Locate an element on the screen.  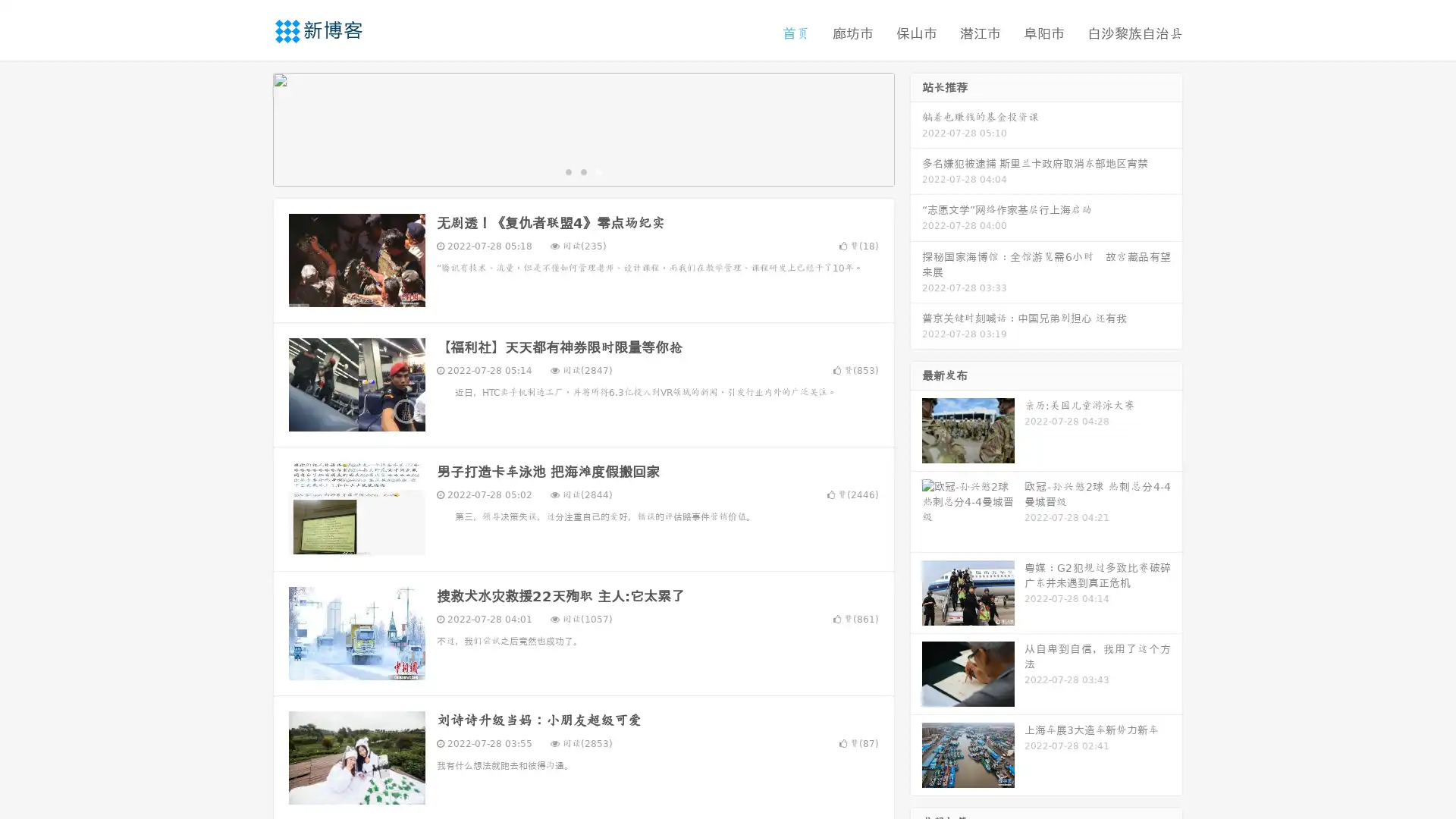
Go to slide 2 is located at coordinates (582, 171).